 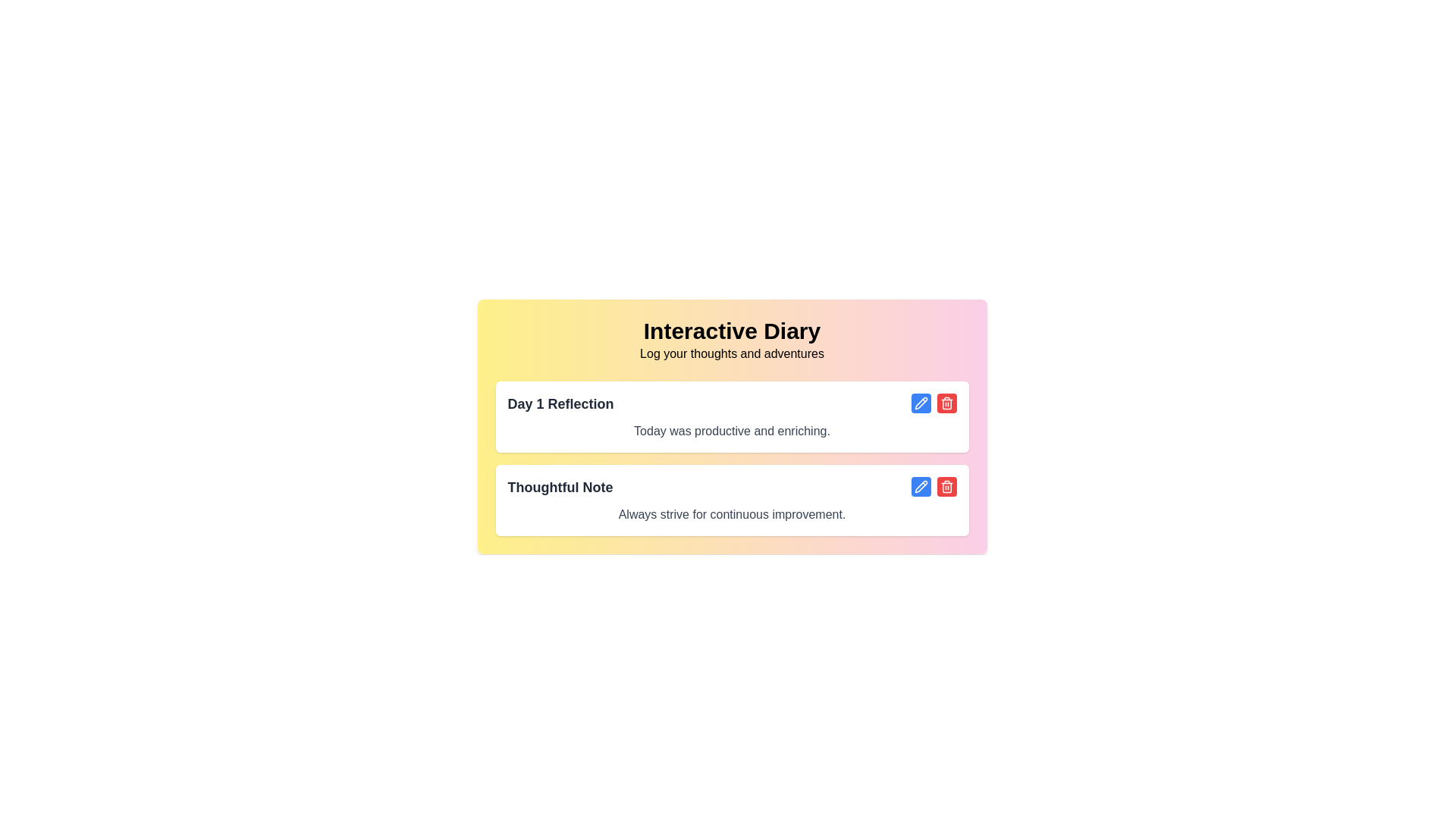 What do you see at coordinates (946, 486) in the screenshot?
I see `the trash bin icon inside the red button` at bounding box center [946, 486].